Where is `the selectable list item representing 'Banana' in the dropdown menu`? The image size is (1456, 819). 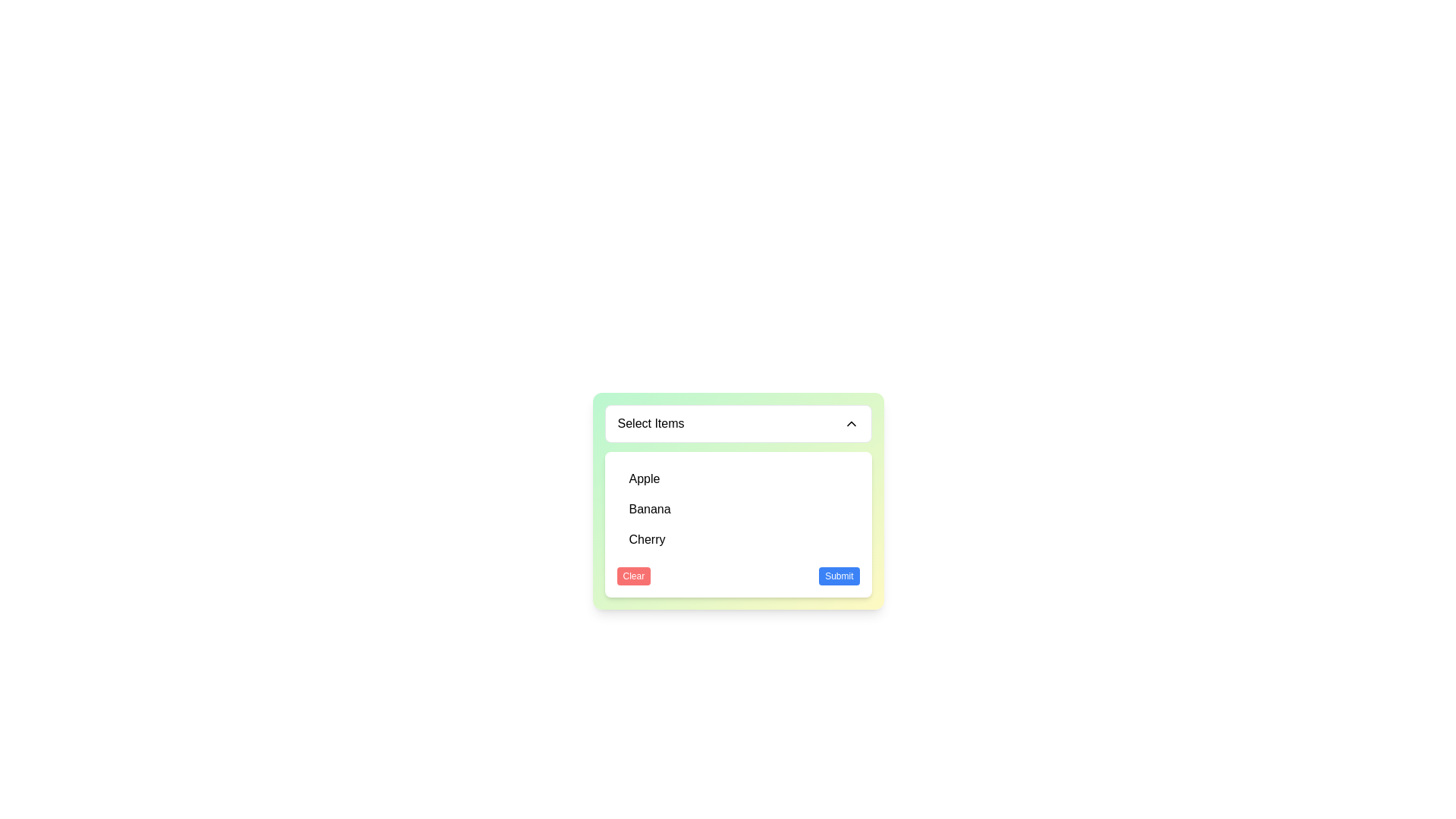
the selectable list item representing 'Banana' in the dropdown menu is located at coordinates (738, 509).